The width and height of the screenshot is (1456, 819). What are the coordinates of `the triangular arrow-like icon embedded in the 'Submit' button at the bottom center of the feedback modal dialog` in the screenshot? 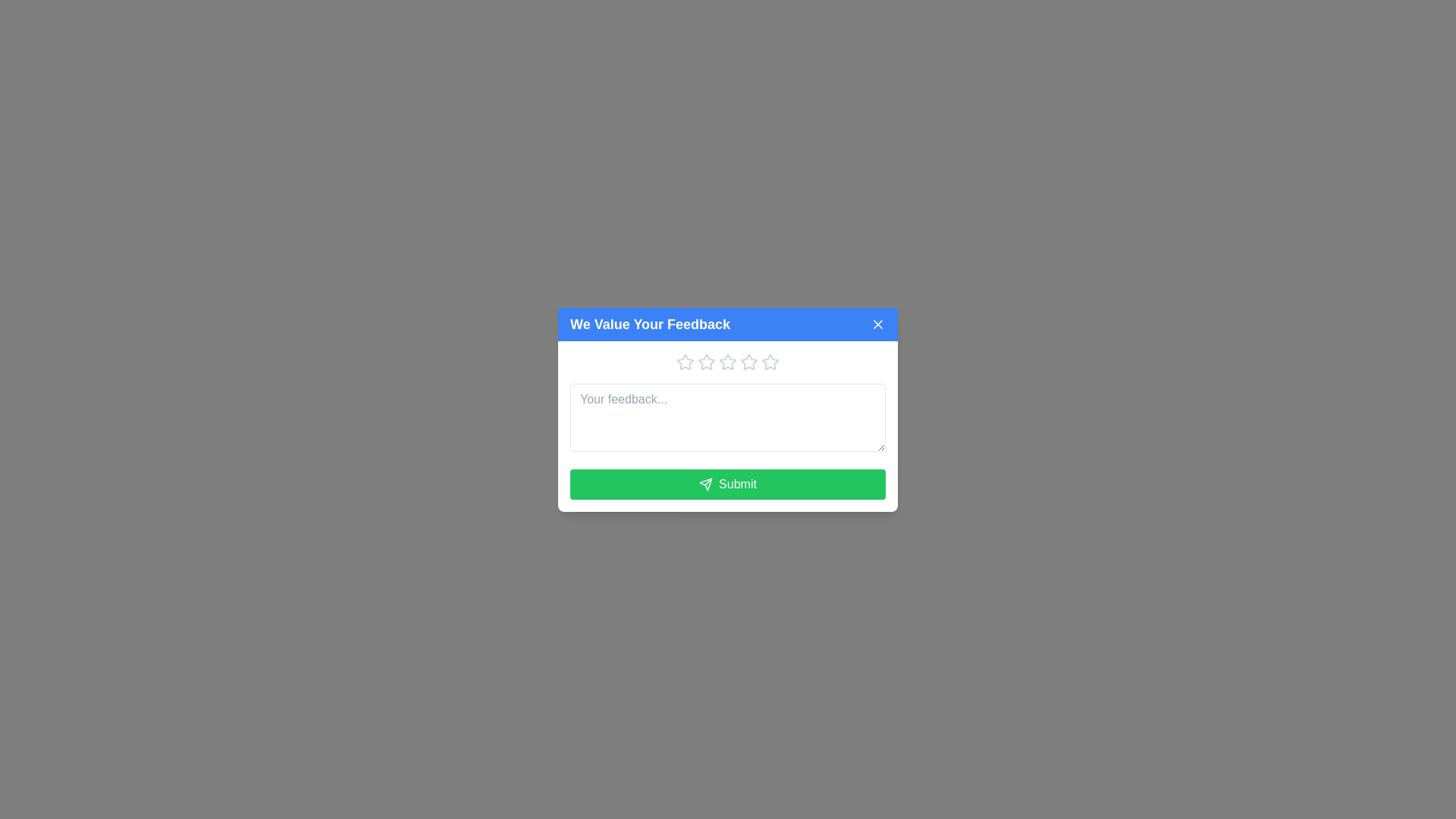 It's located at (705, 483).